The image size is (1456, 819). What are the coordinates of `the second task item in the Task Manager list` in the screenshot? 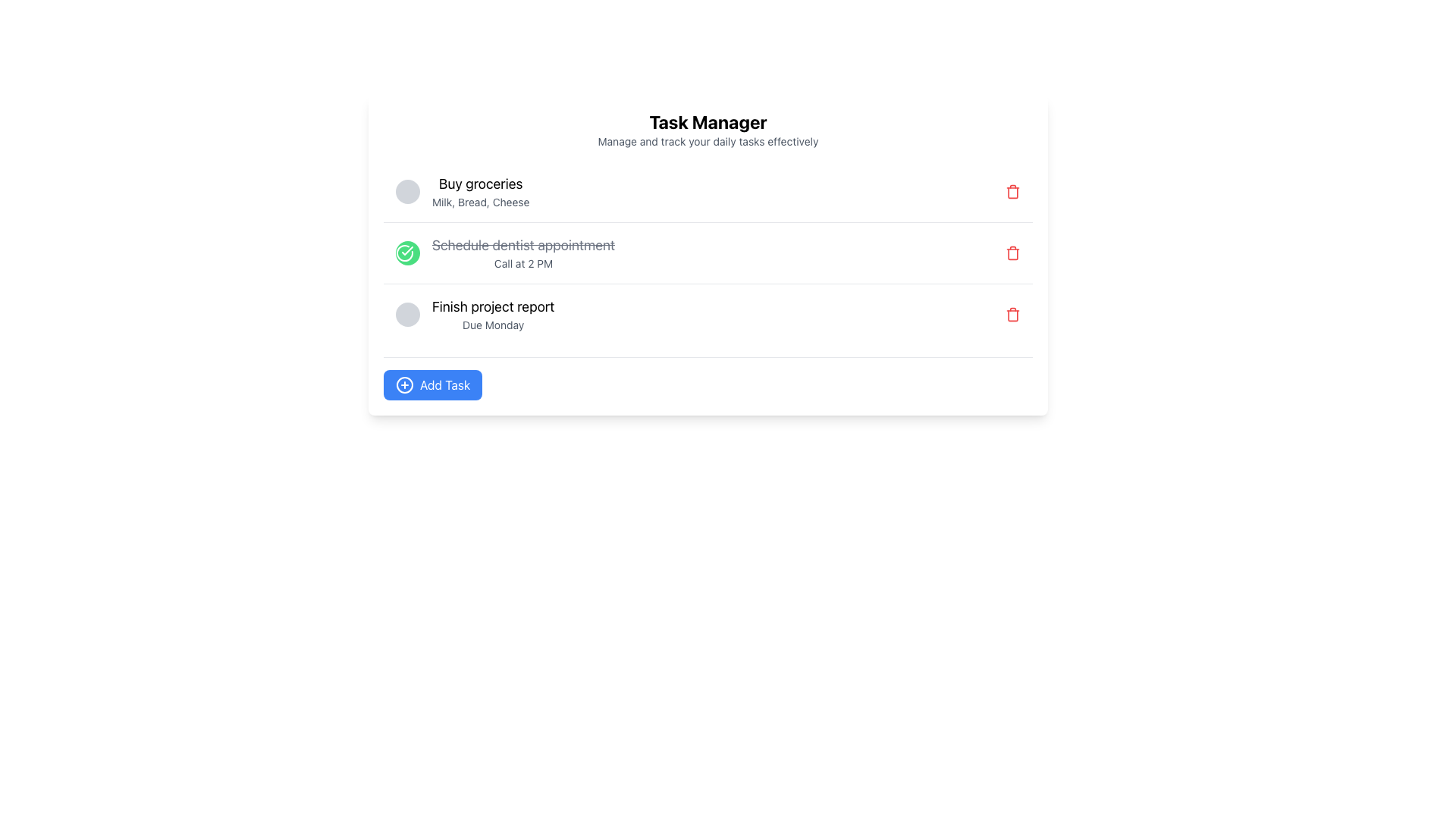 It's located at (708, 253).